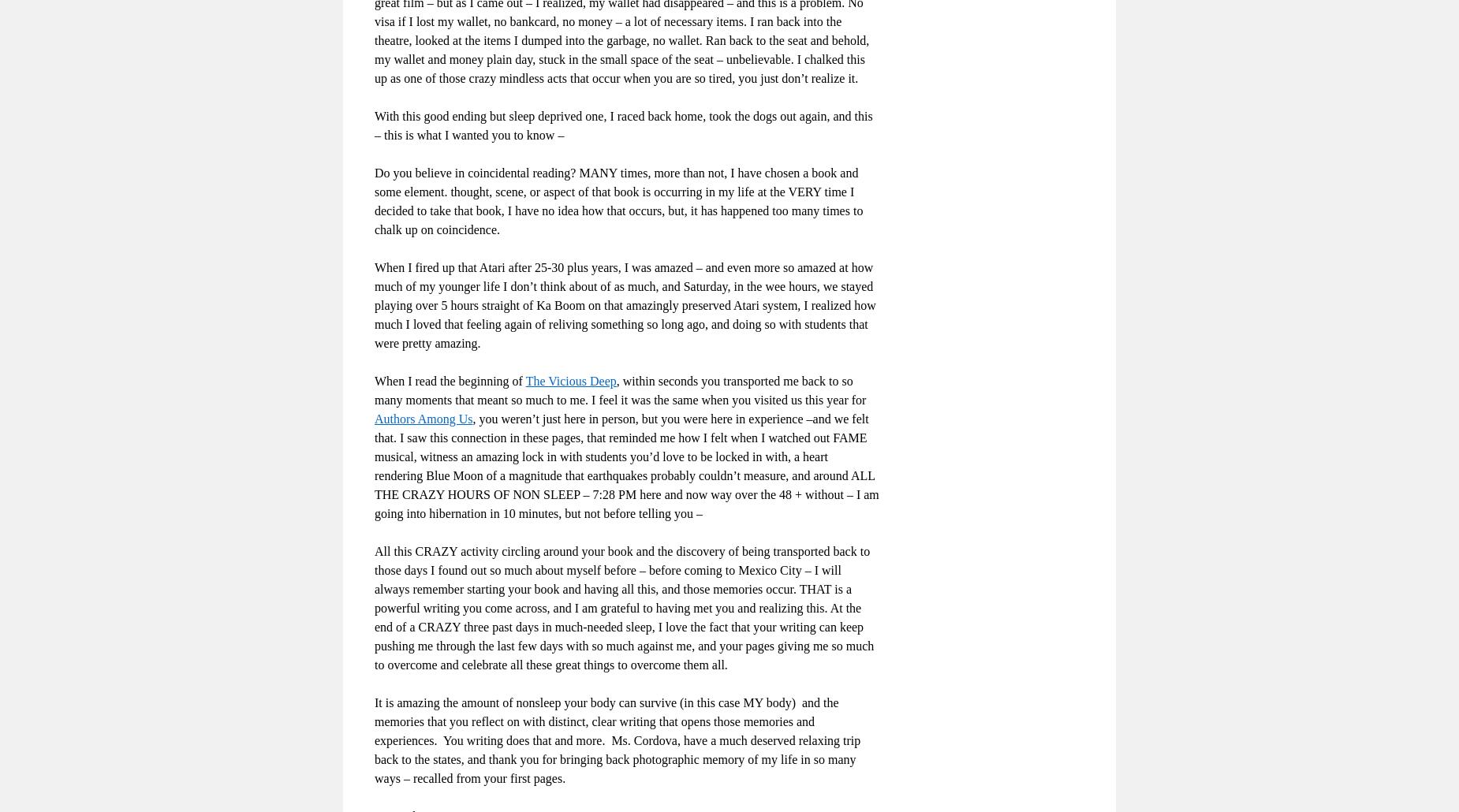 This screenshot has width=1459, height=812. I want to click on 'With this good ending but sleep deprived one, I raced back home, took the dogs out again, and this – this is what I wanted you to know –', so click(623, 124).